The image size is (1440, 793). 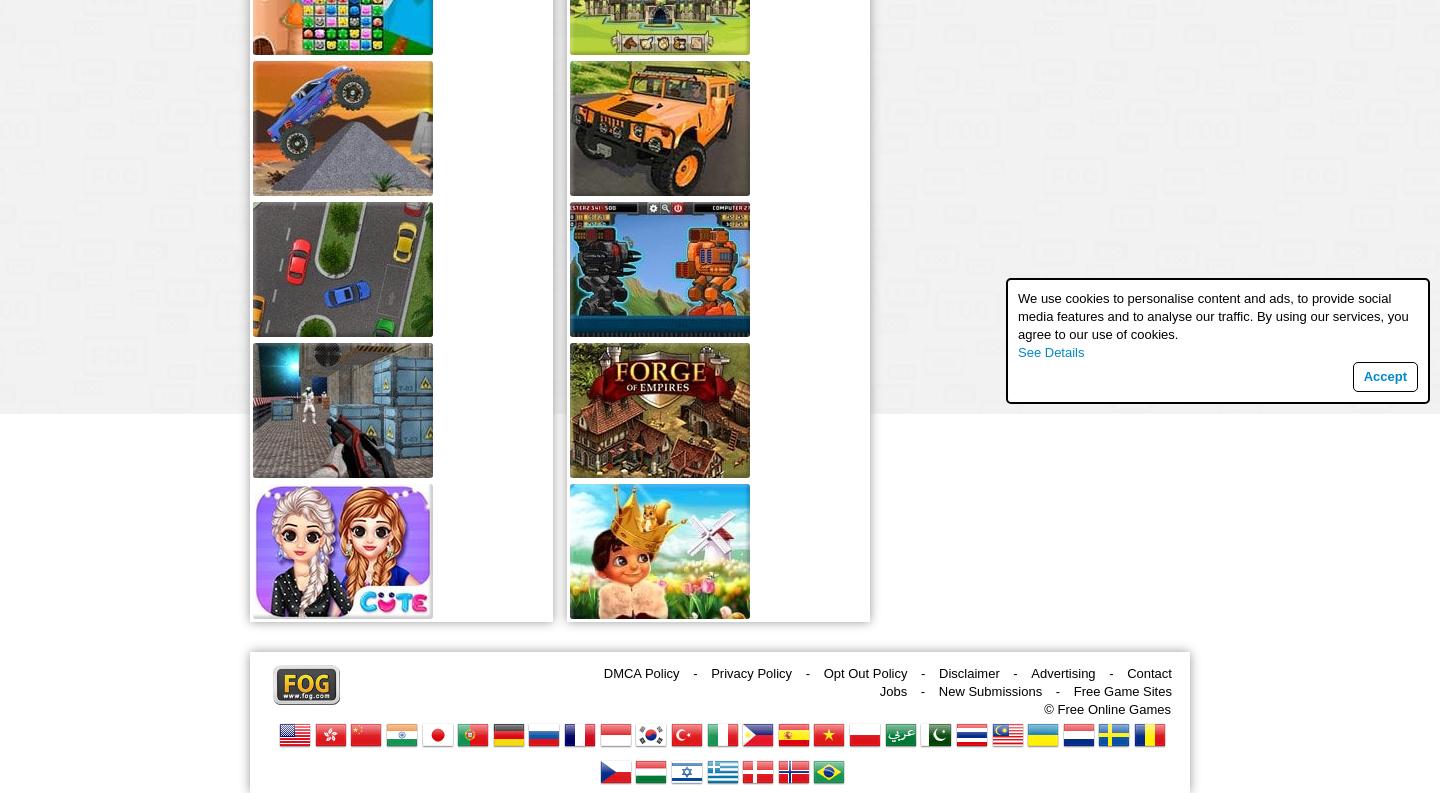 I want to click on 'DMCA Policy', so click(x=639, y=672).